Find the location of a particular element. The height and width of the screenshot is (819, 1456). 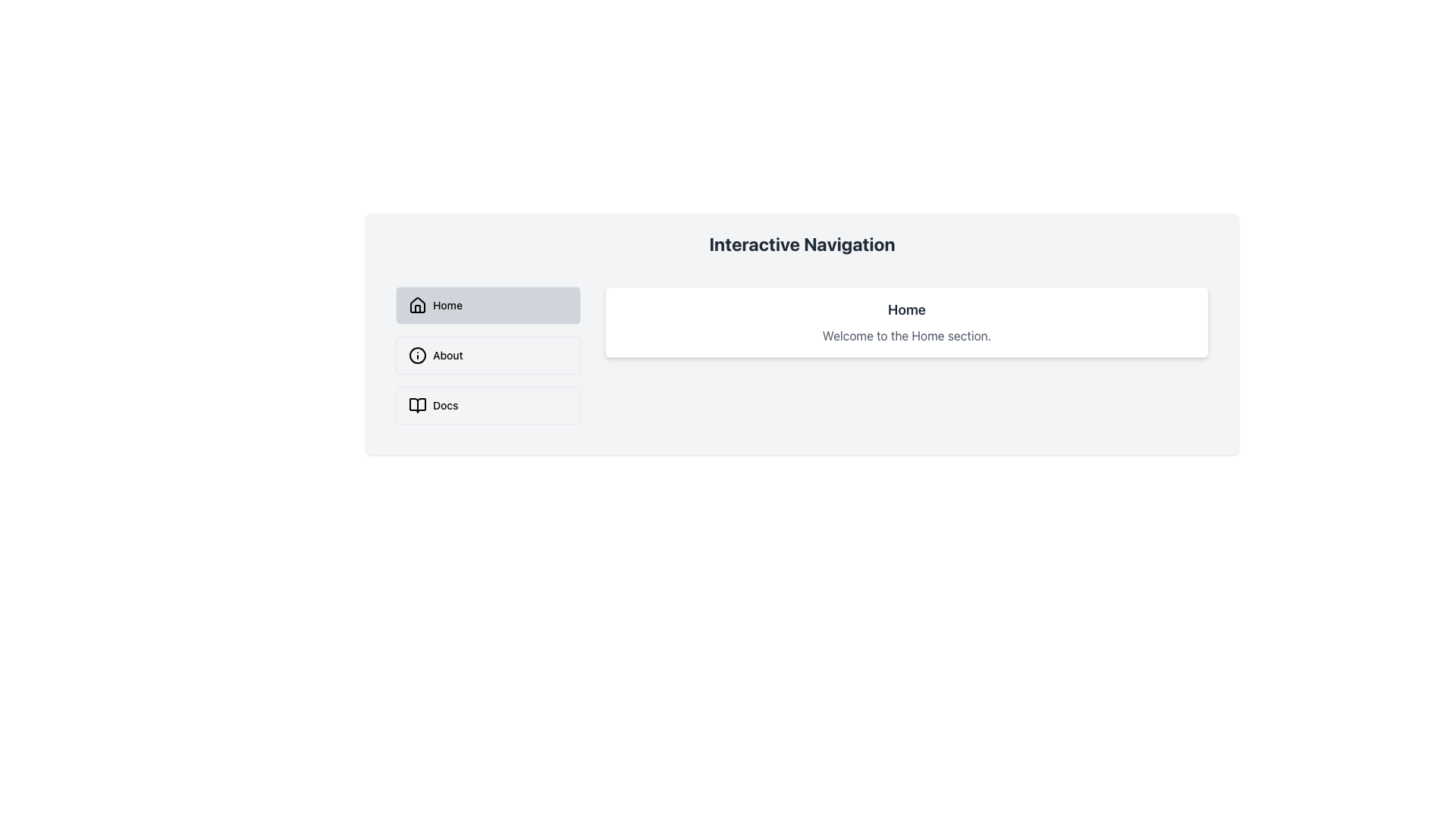

any item in the vertical navigation menu that displays 'Home', 'About', or 'Docs' is located at coordinates (488, 356).